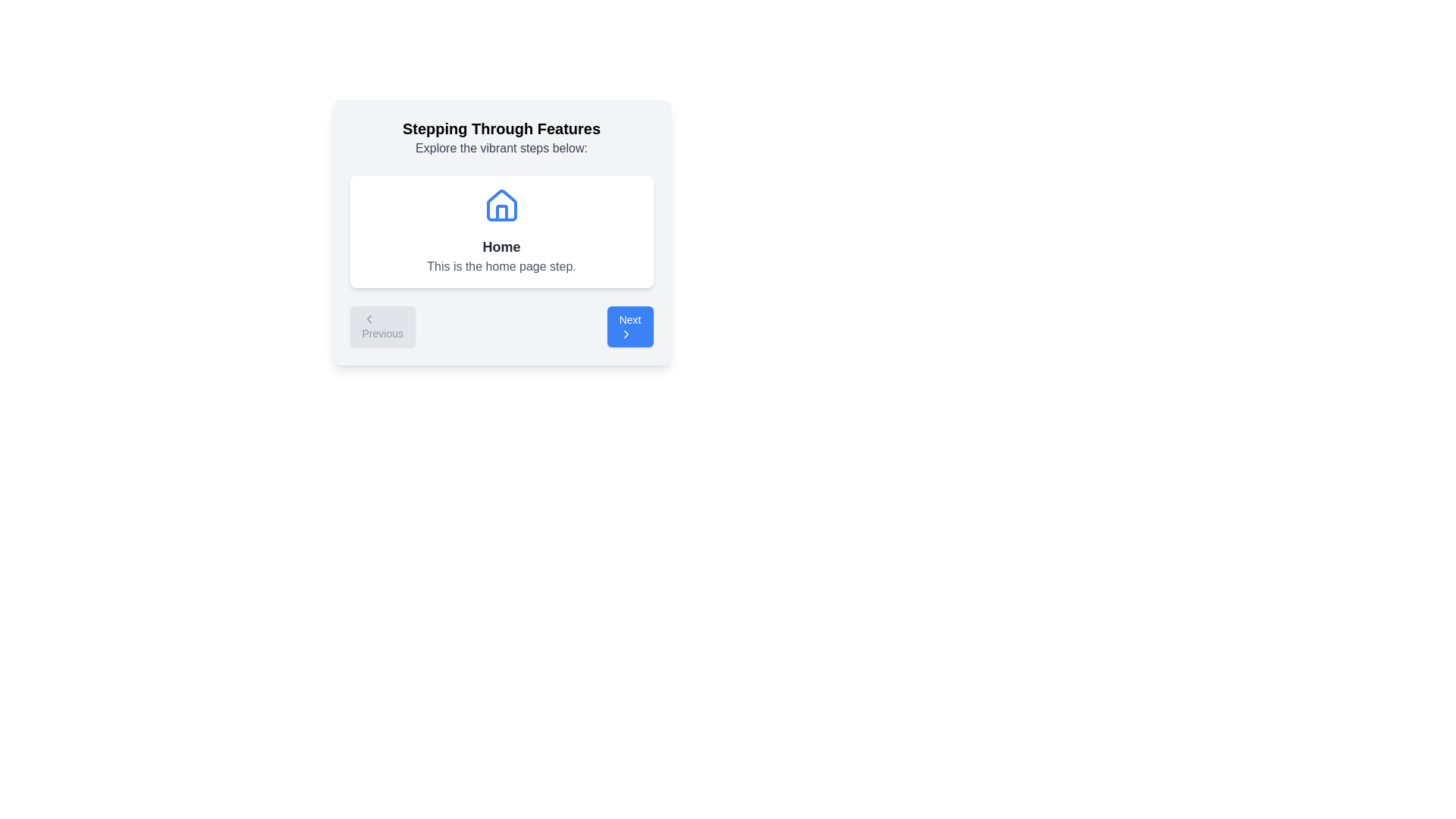  I want to click on the decorative element that is part of the house icon in the central card labeled 'Home', so click(501, 213).